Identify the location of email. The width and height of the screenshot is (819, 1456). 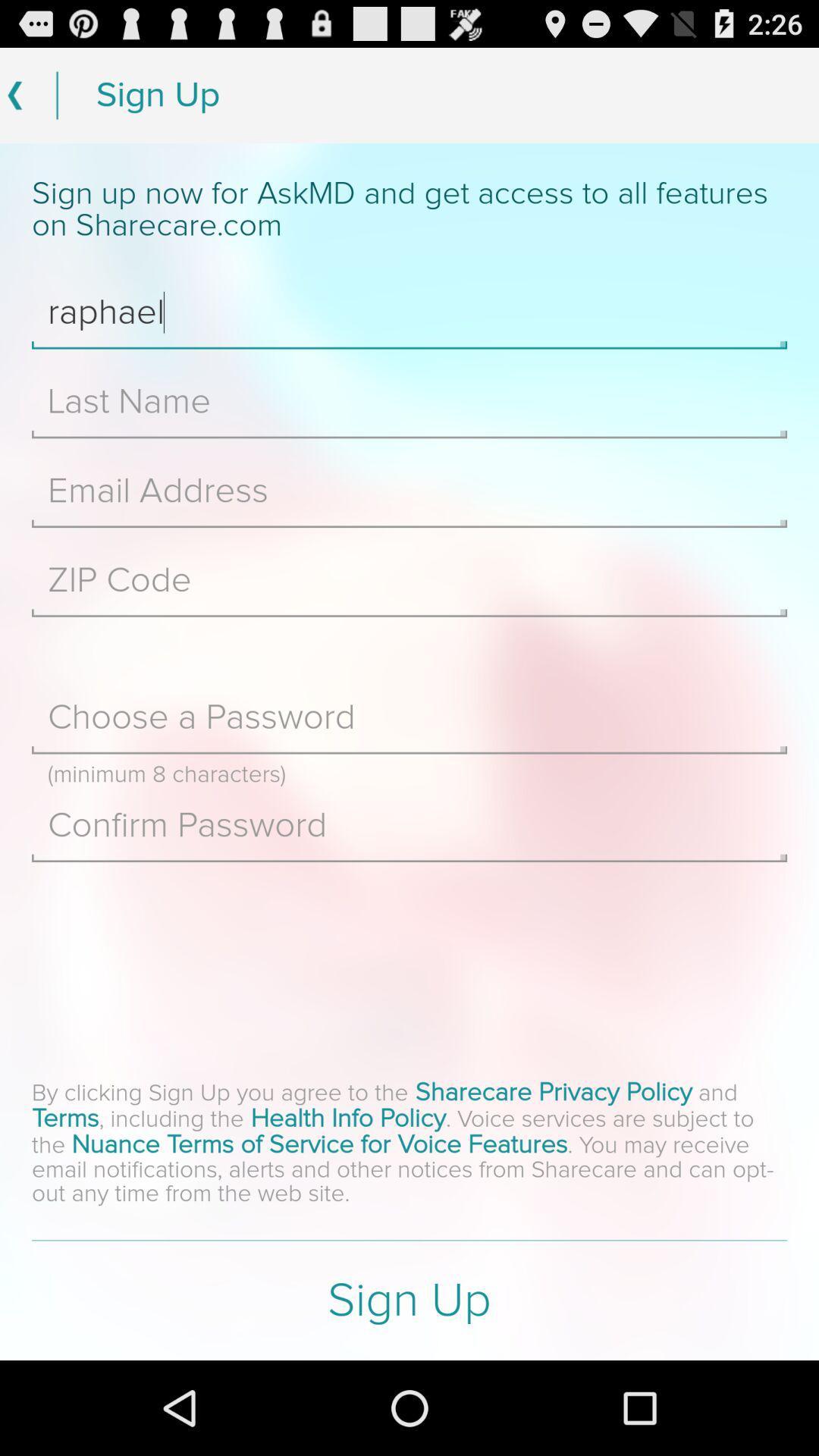
(409, 491).